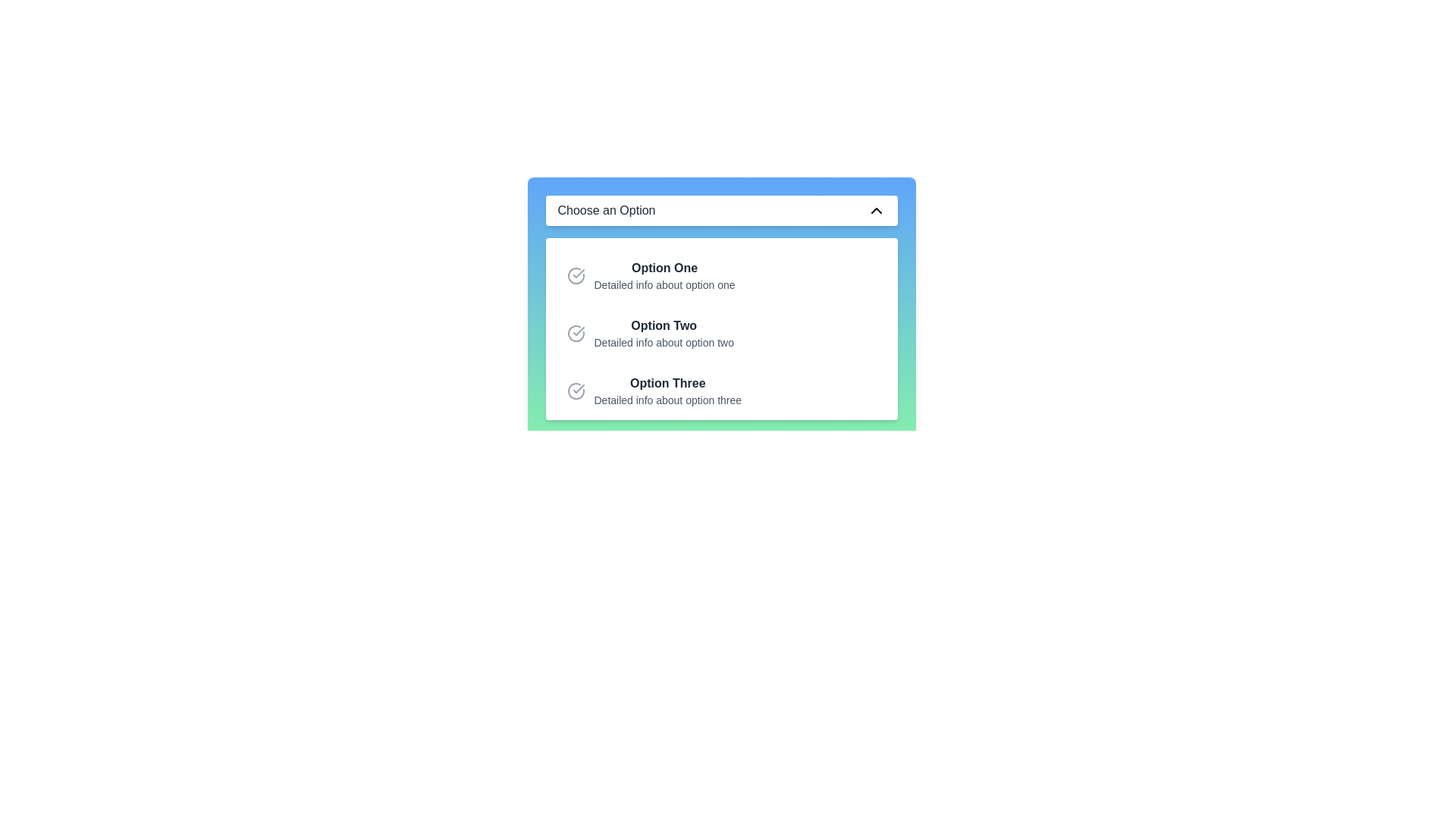  I want to click on the text label reading 'Option Three', which is styled in bold and dark-gray color, located inside a dropdown panel, so click(667, 382).